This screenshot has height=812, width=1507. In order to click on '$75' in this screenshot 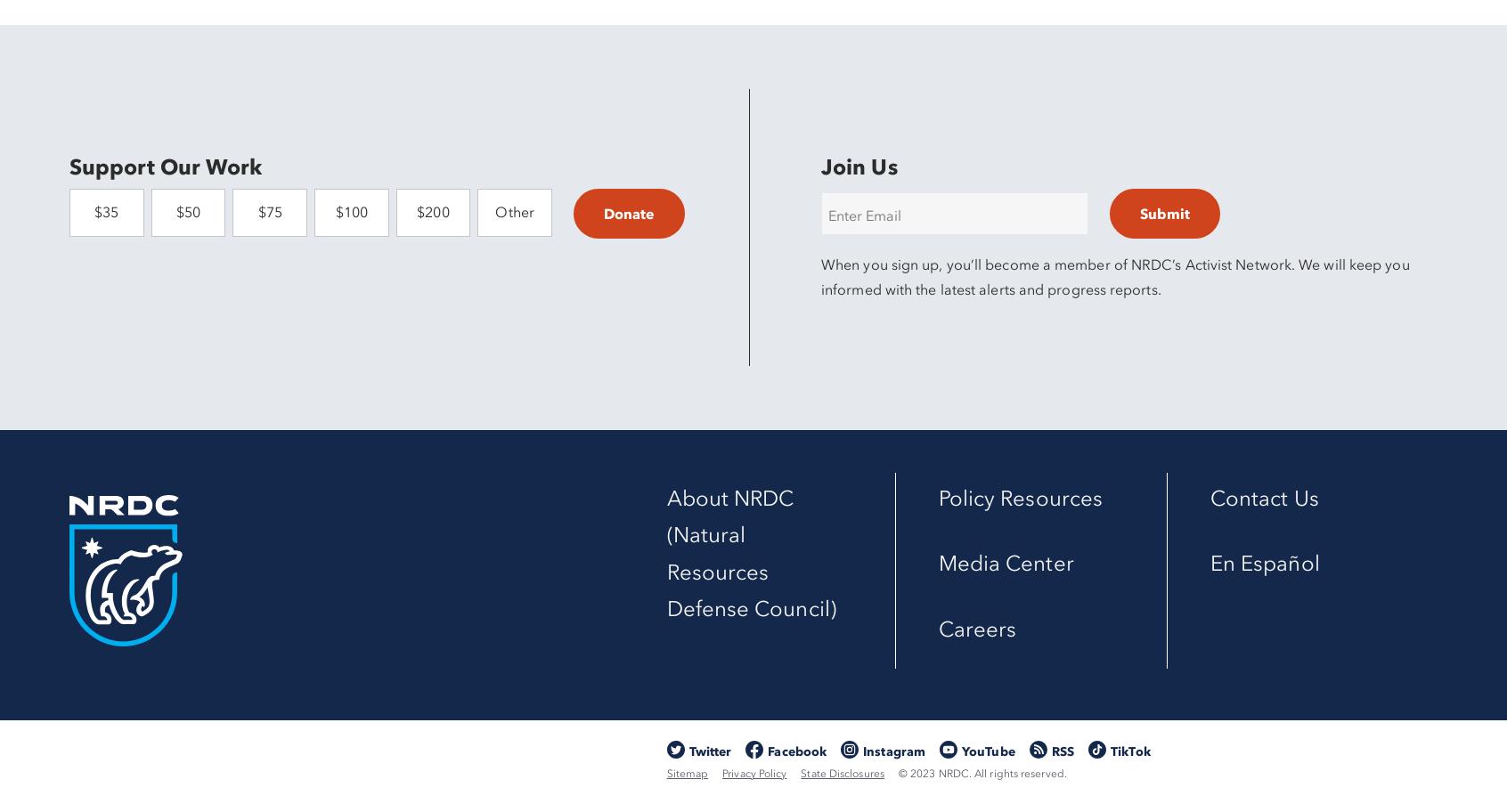, I will do `click(268, 212)`.